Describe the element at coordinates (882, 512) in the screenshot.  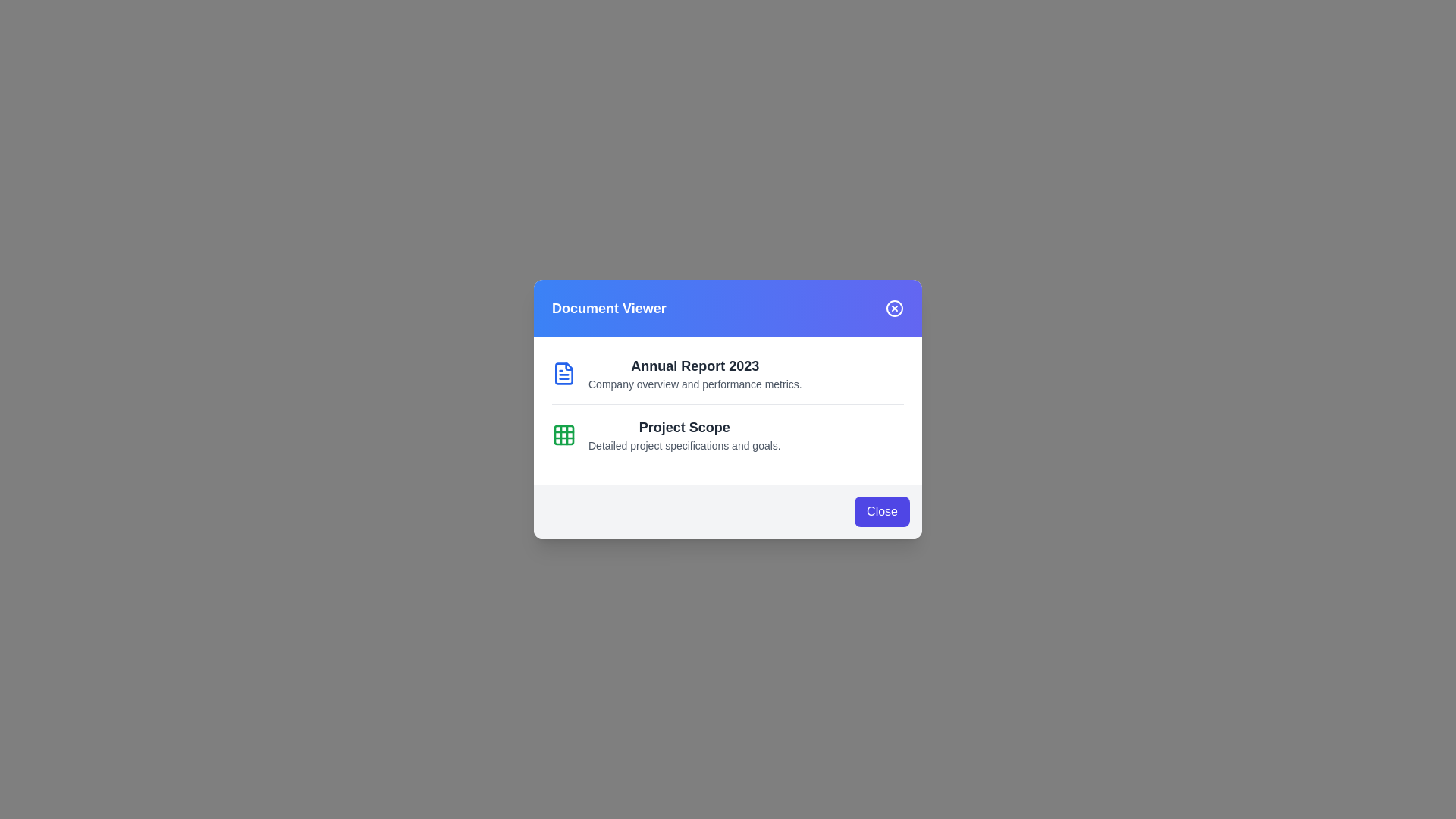
I see `Close button located at the bottom-right corner of the dialog` at that location.